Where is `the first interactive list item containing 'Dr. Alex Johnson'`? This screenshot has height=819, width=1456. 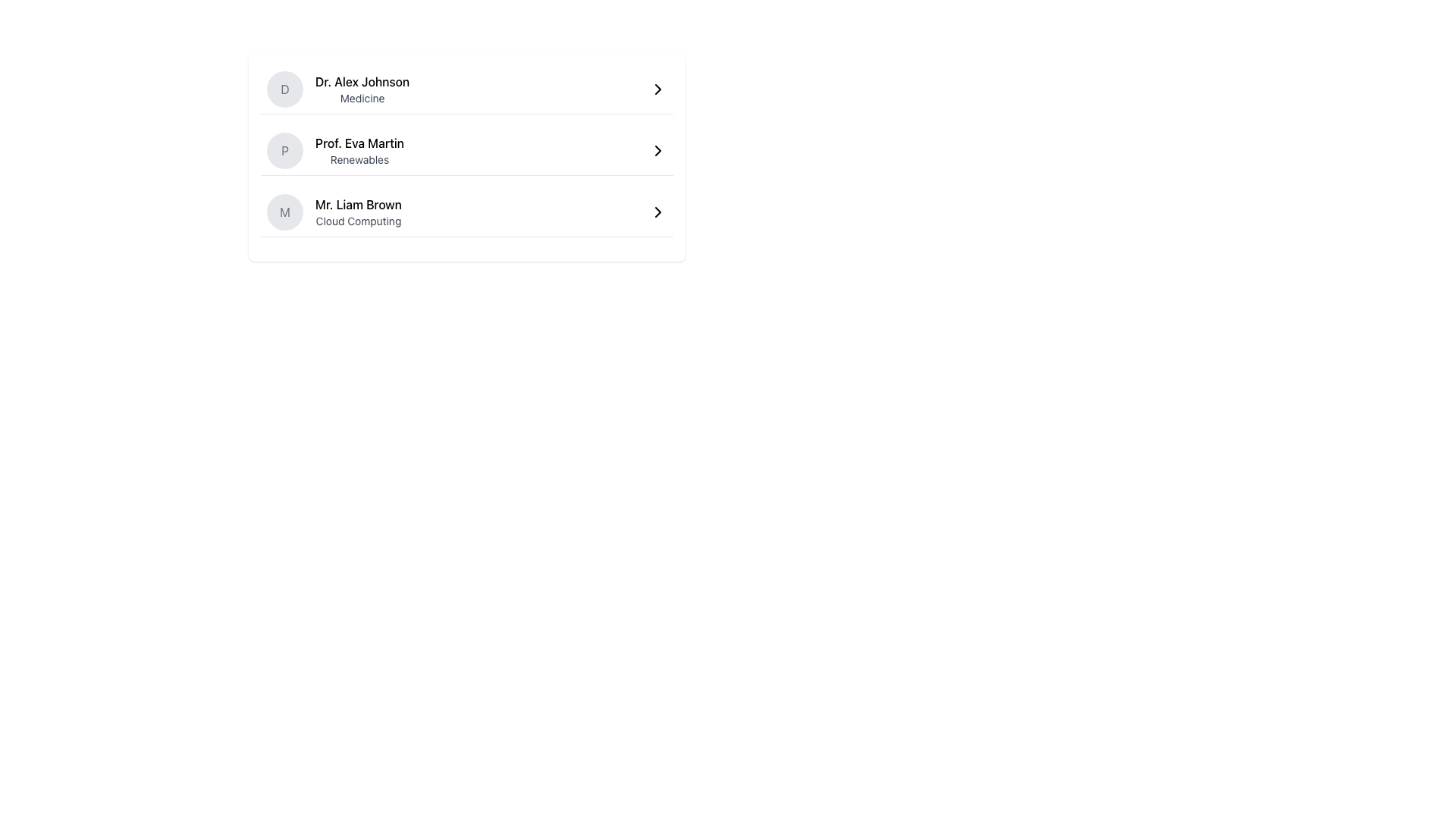
the first interactive list item containing 'Dr. Alex Johnson' is located at coordinates (466, 89).